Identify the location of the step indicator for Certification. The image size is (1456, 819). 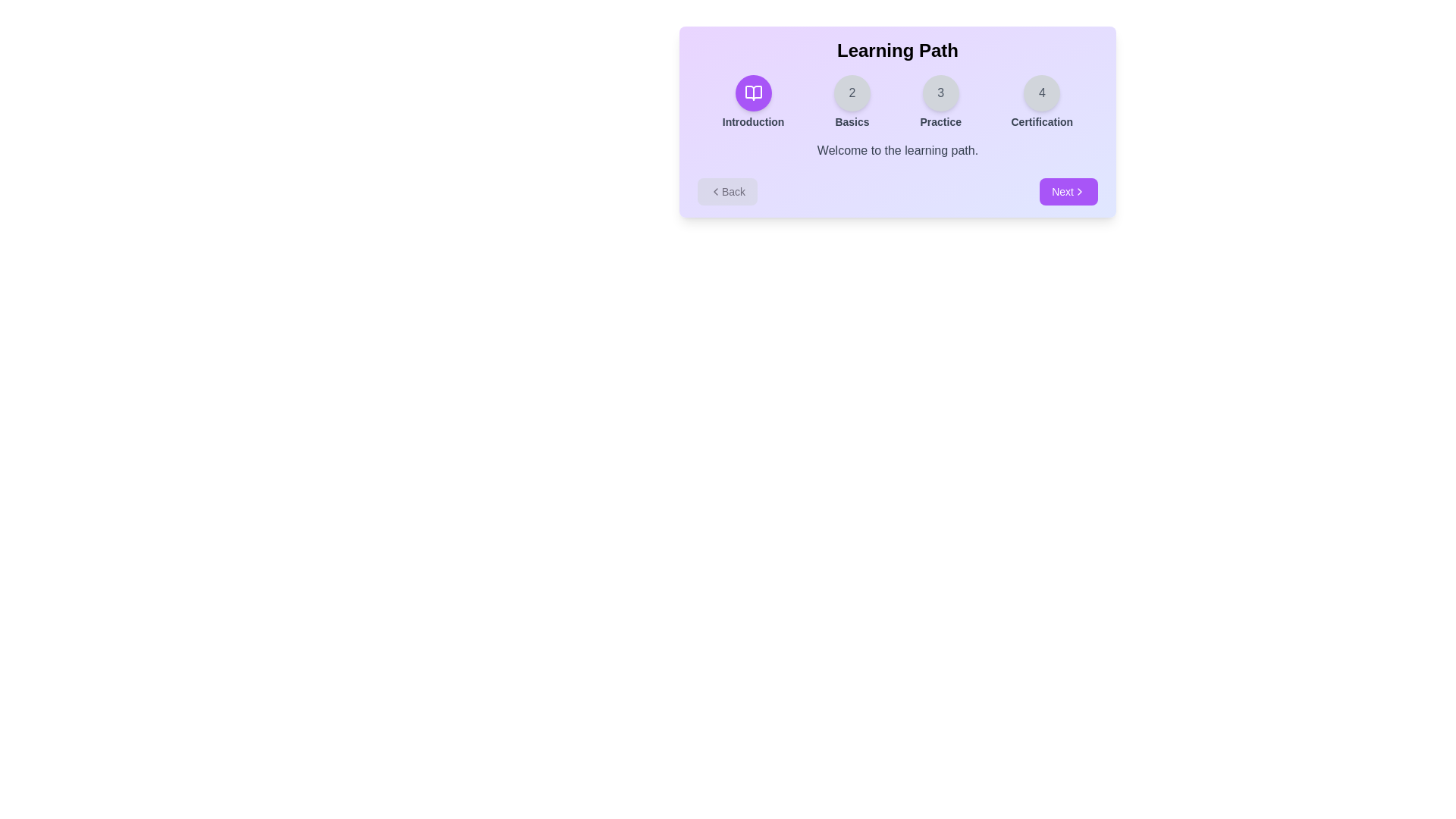
(1041, 102).